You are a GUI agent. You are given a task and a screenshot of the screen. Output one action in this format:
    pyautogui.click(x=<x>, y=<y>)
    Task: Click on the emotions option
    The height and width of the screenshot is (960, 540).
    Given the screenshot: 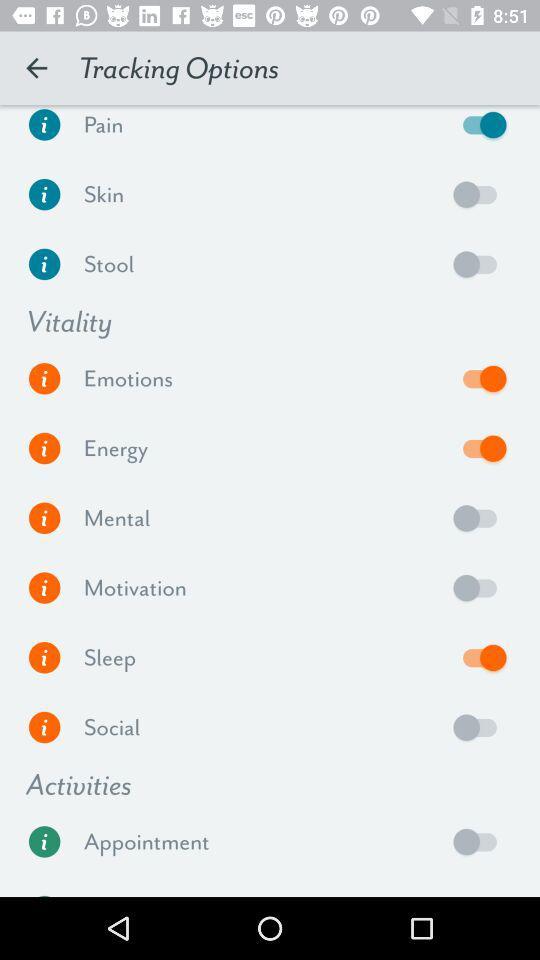 What is the action you would take?
    pyautogui.click(x=479, y=377)
    